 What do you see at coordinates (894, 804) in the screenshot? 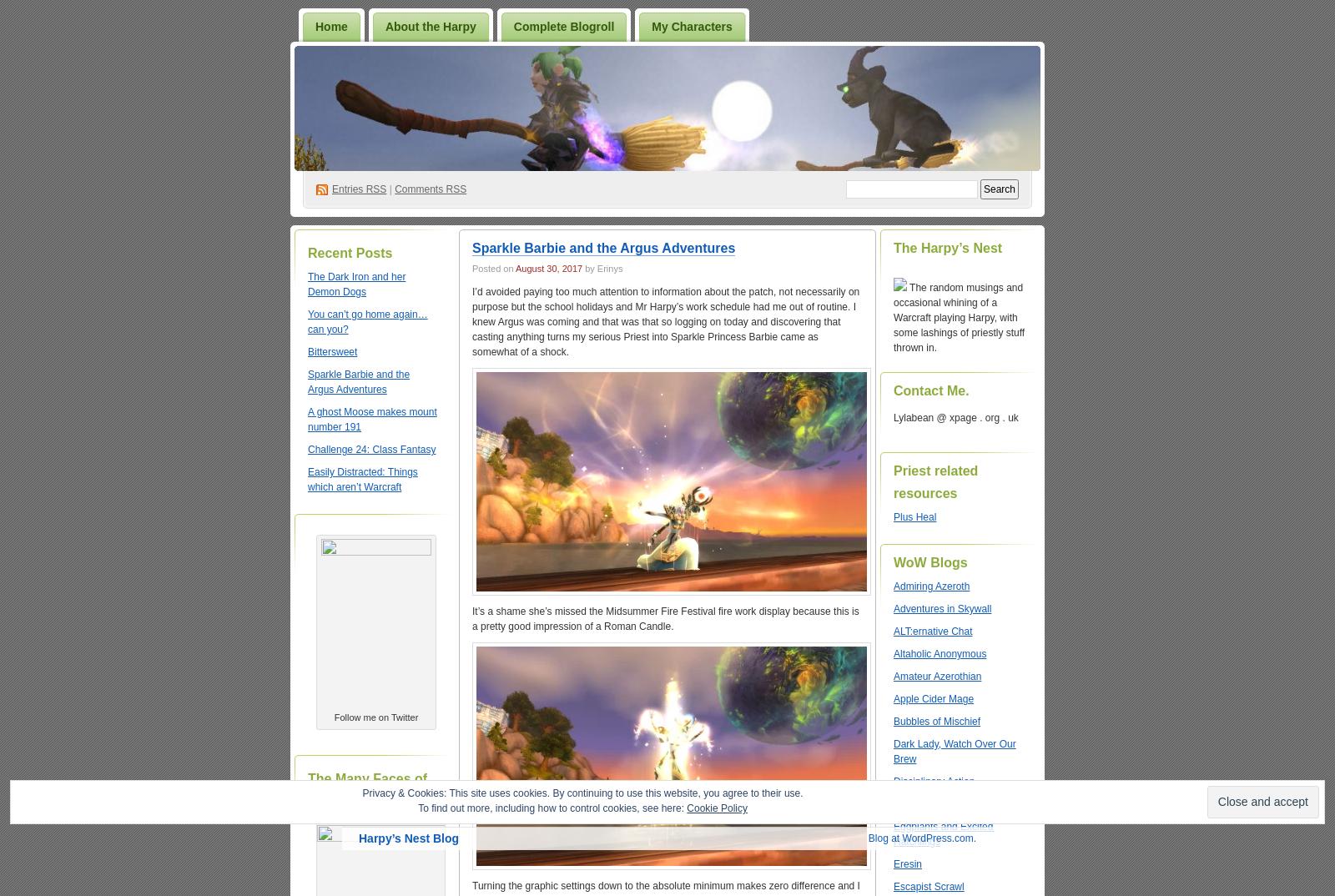
I see `'ECTmmo'` at bounding box center [894, 804].